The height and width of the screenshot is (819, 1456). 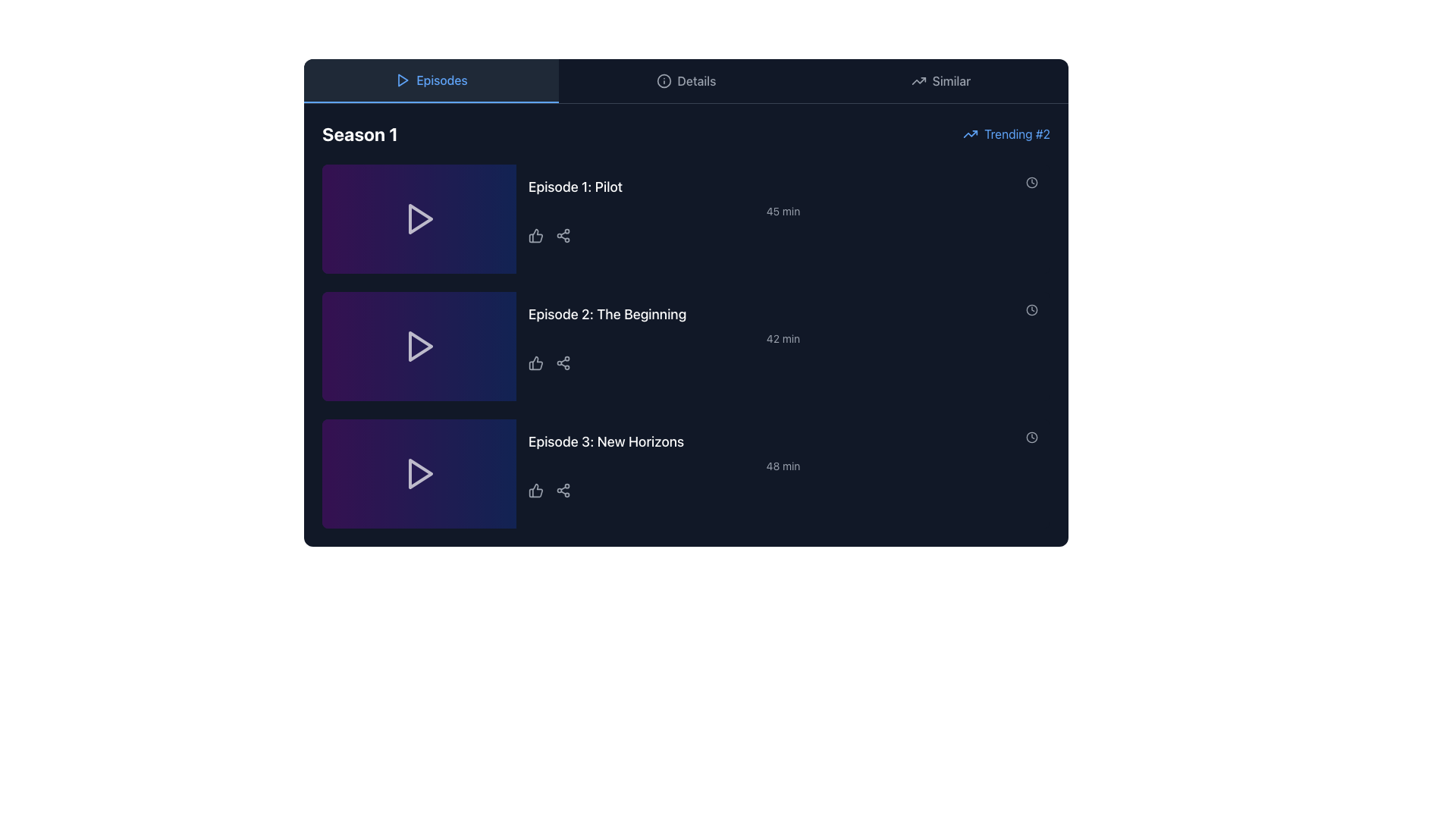 What do you see at coordinates (563, 362) in the screenshot?
I see `the share icon button, which is represented as three connected circular nodes and is located to the right of the text 'Episode 2: The Beginning'` at bounding box center [563, 362].